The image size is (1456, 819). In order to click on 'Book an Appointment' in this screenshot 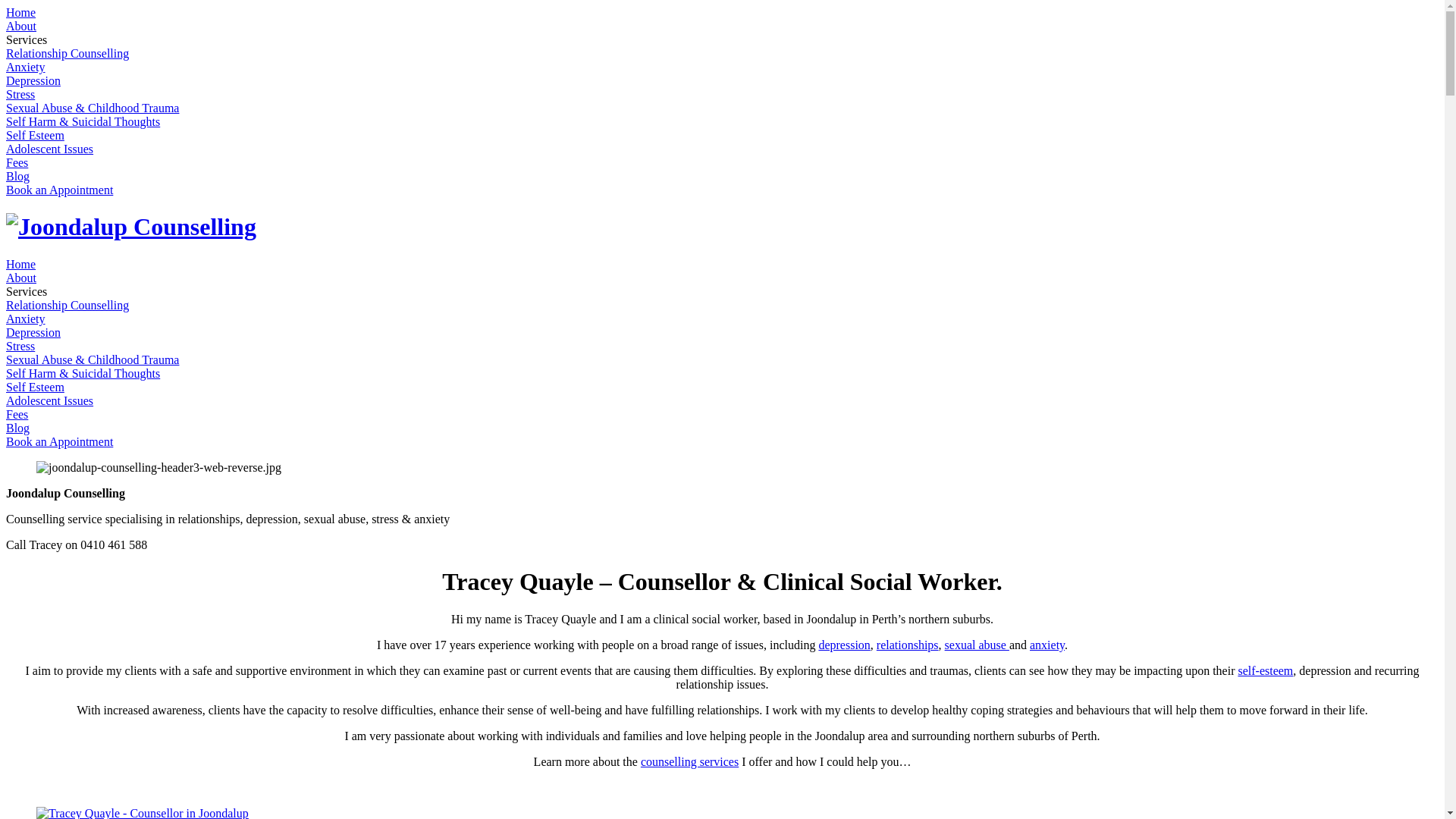, I will do `click(59, 189)`.